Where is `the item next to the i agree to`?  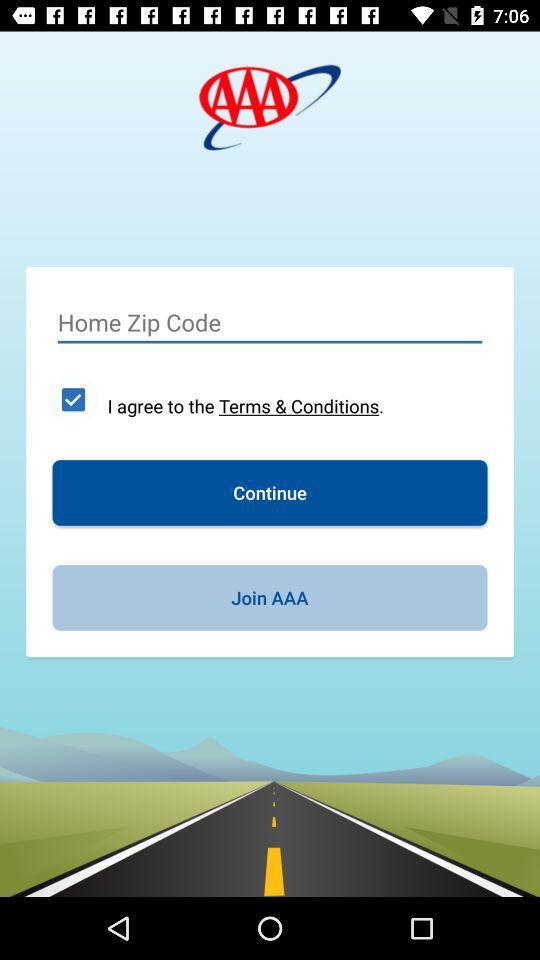
the item next to the i agree to is located at coordinates (72, 398).